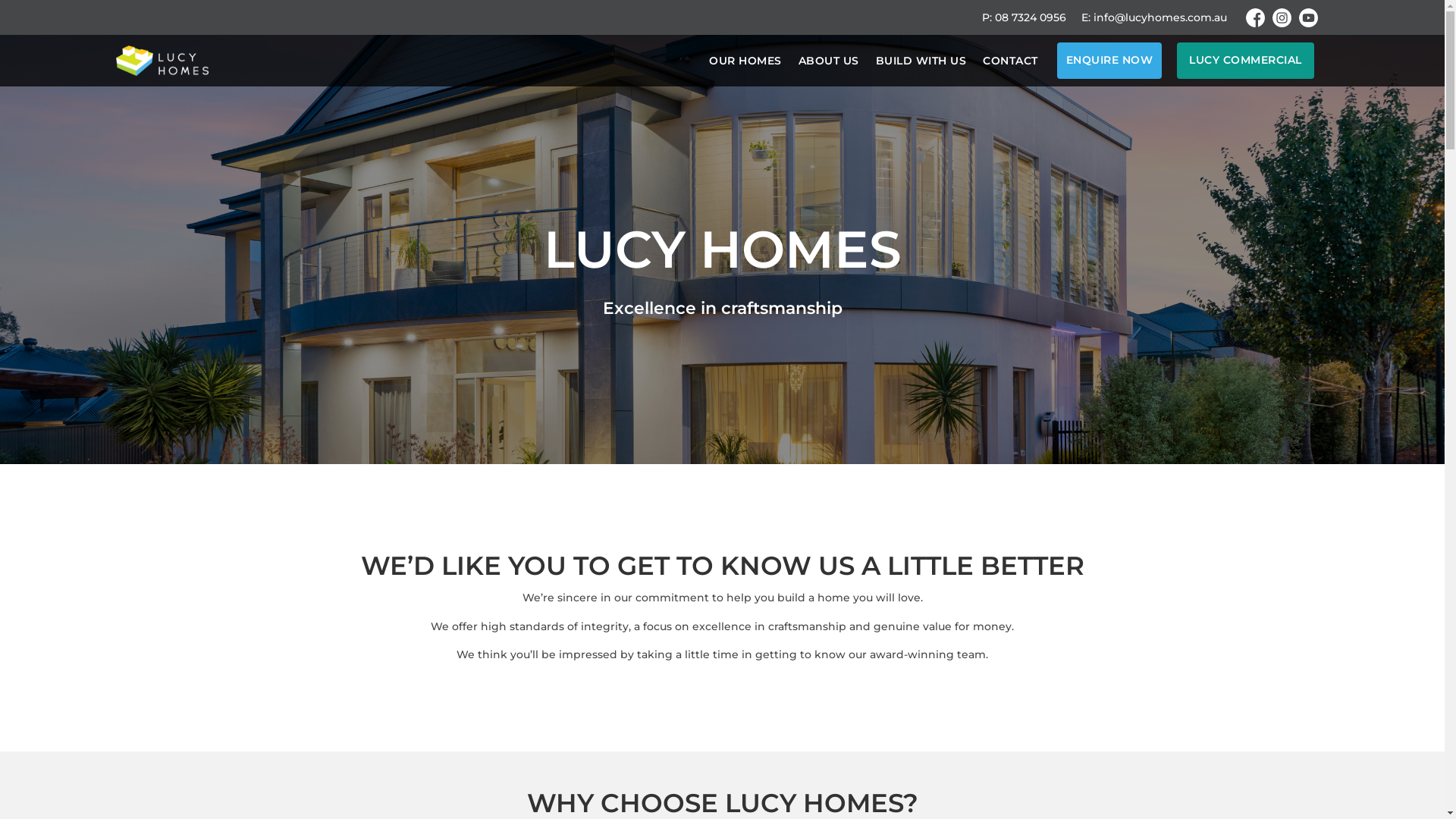 Image resolution: width=1456 pixels, height=819 pixels. Describe the element at coordinates (1030, 17) in the screenshot. I see `'08 7324 0956'` at that location.